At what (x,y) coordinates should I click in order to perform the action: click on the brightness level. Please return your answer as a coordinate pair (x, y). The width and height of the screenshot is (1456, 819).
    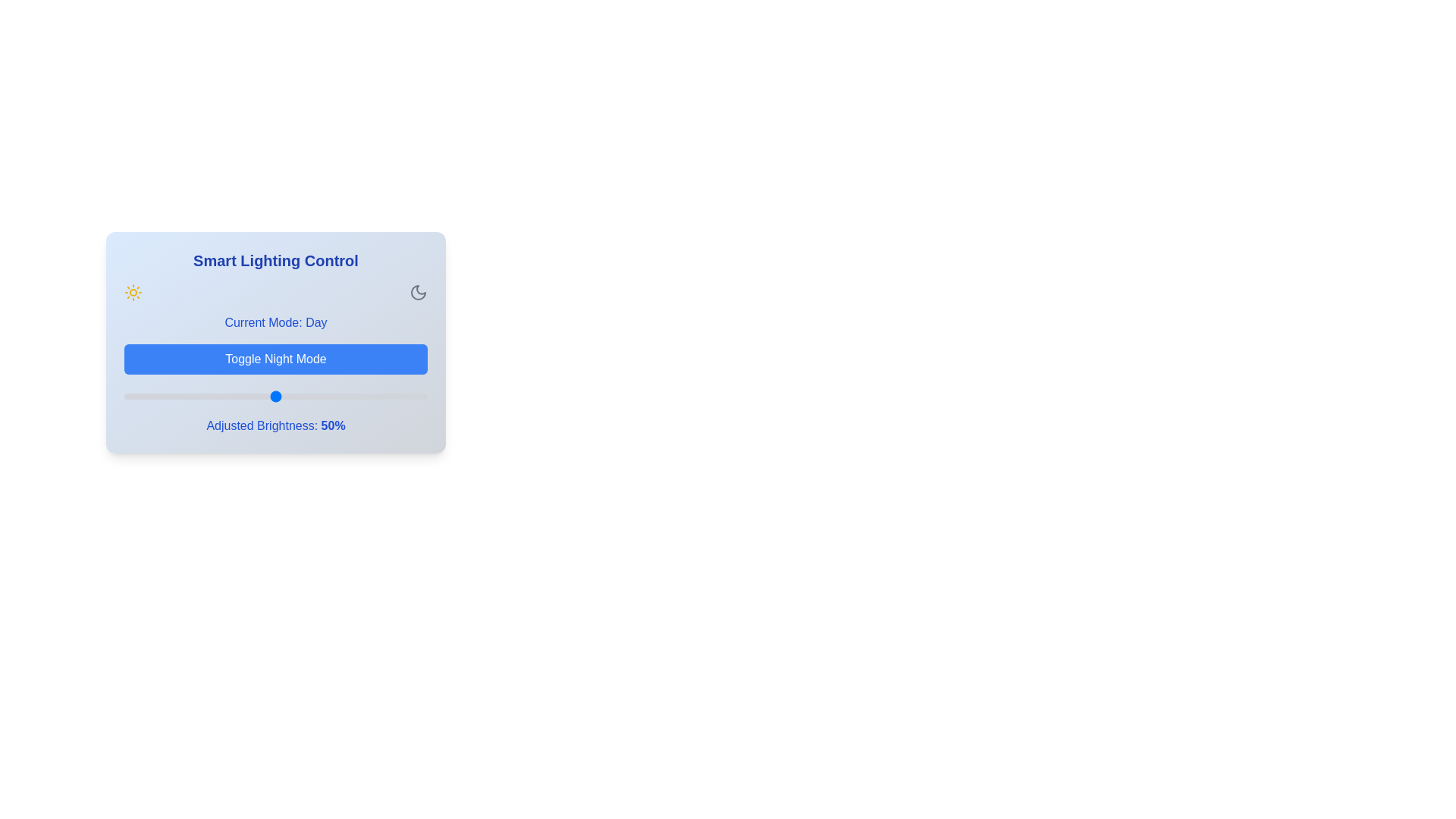
    Looking at the image, I should click on (142, 396).